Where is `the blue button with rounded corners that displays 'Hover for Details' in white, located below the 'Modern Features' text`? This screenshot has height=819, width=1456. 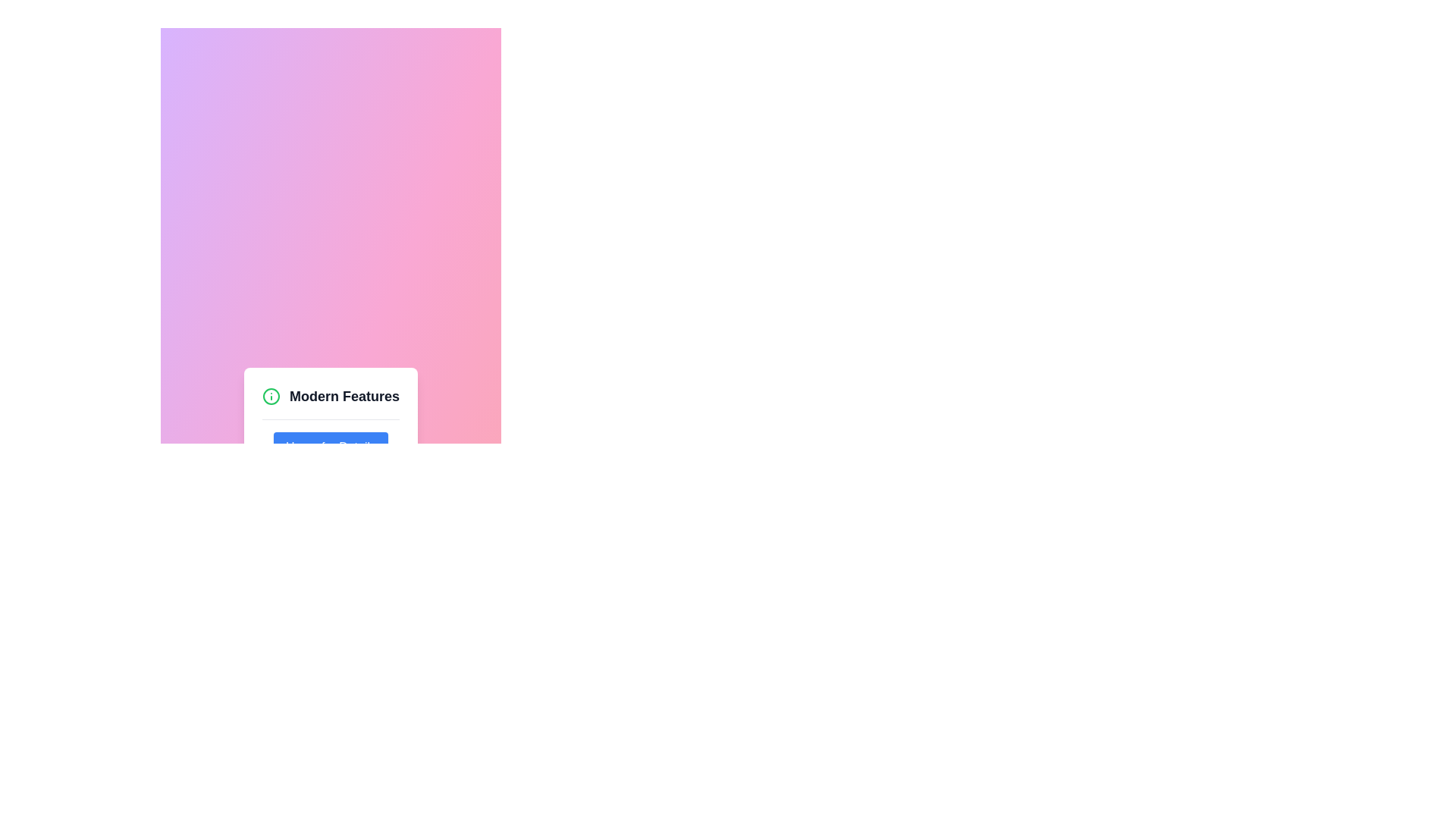 the blue button with rounded corners that displays 'Hover for Details' in white, located below the 'Modern Features' text is located at coordinates (330, 446).